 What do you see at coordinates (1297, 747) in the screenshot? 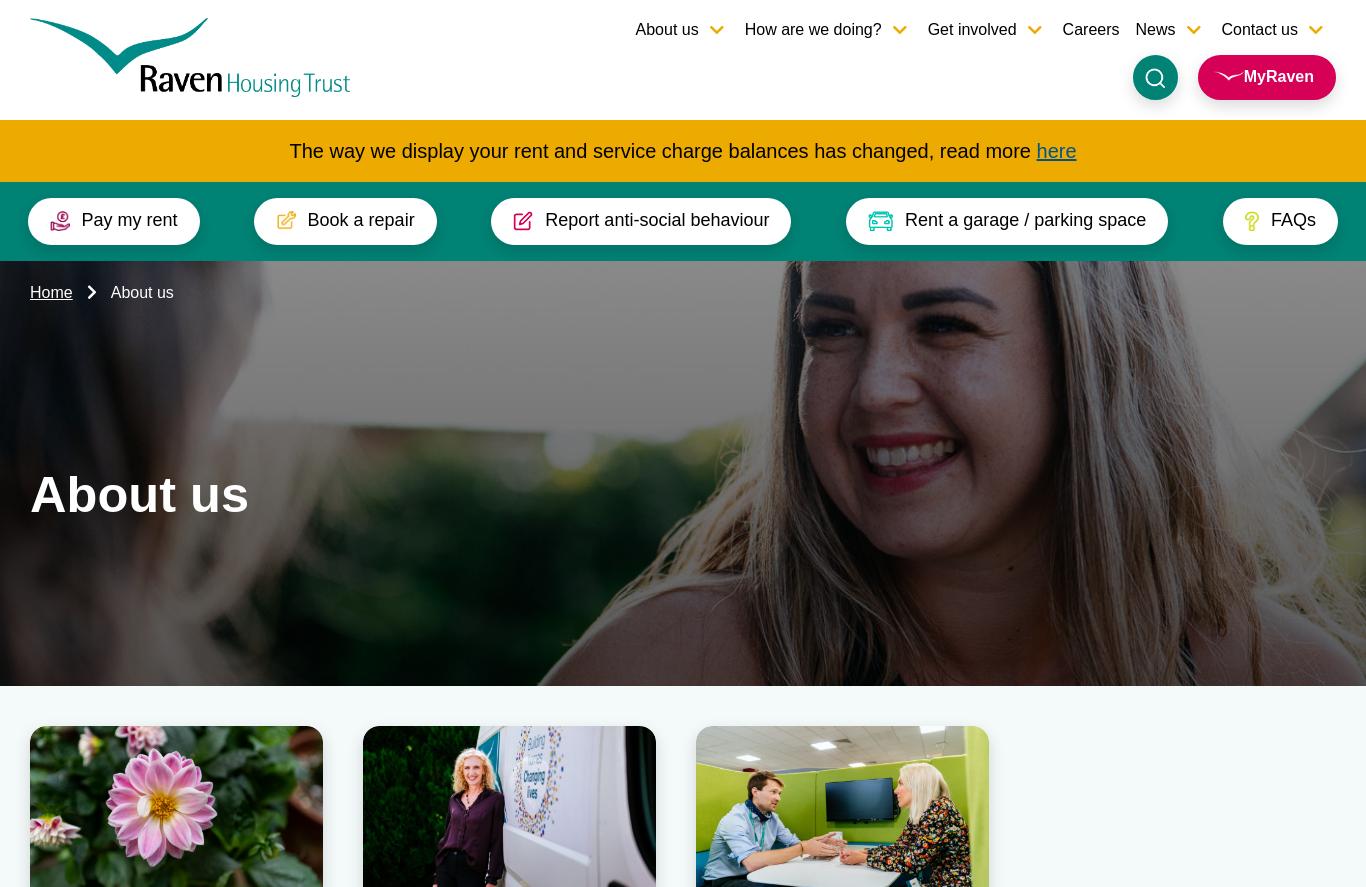
I see `'Sitemap'` at bounding box center [1297, 747].